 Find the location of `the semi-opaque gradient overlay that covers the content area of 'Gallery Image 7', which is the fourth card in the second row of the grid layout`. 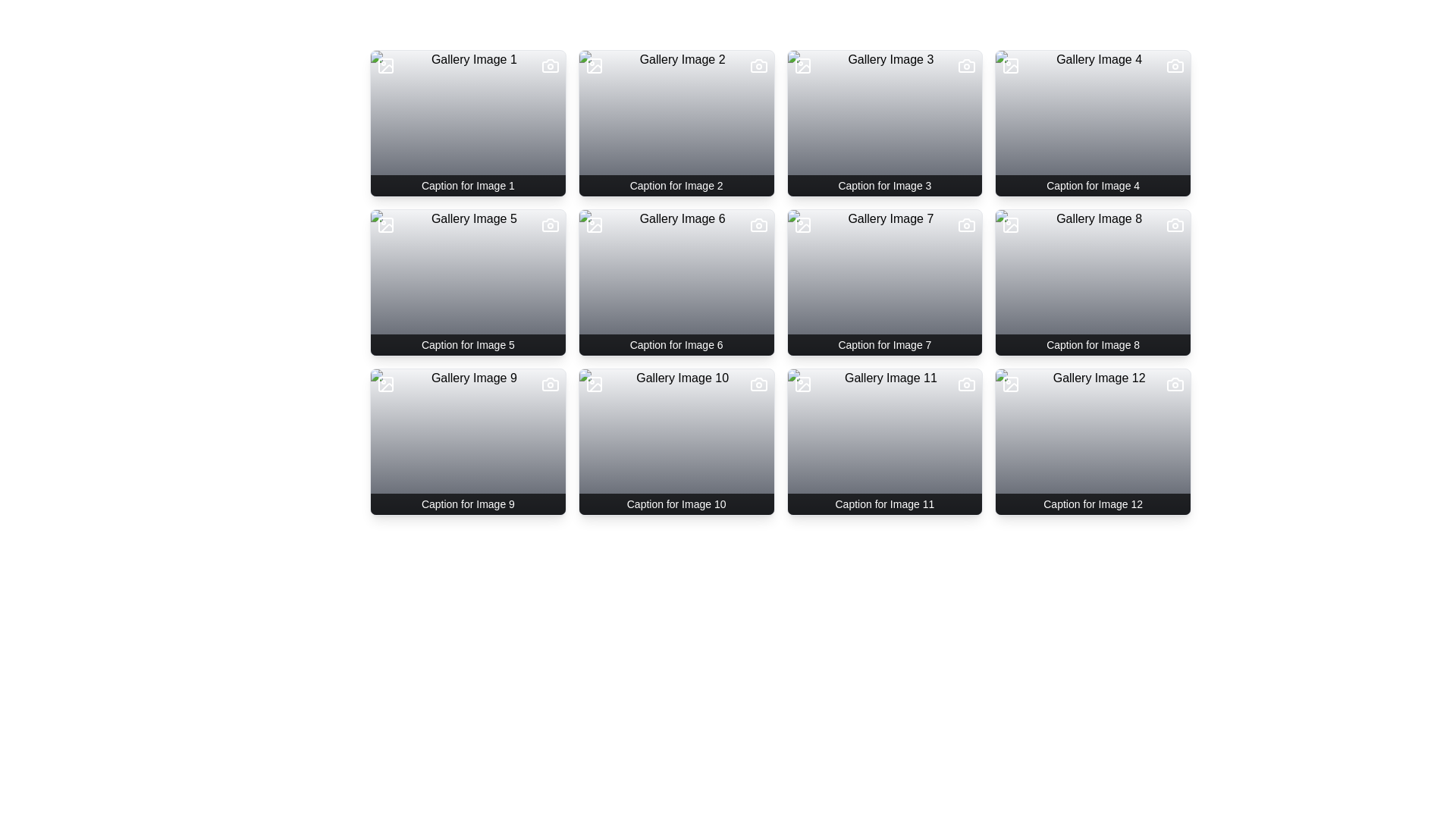

the semi-opaque gradient overlay that covers the content area of 'Gallery Image 7', which is the fourth card in the second row of the grid layout is located at coordinates (884, 283).